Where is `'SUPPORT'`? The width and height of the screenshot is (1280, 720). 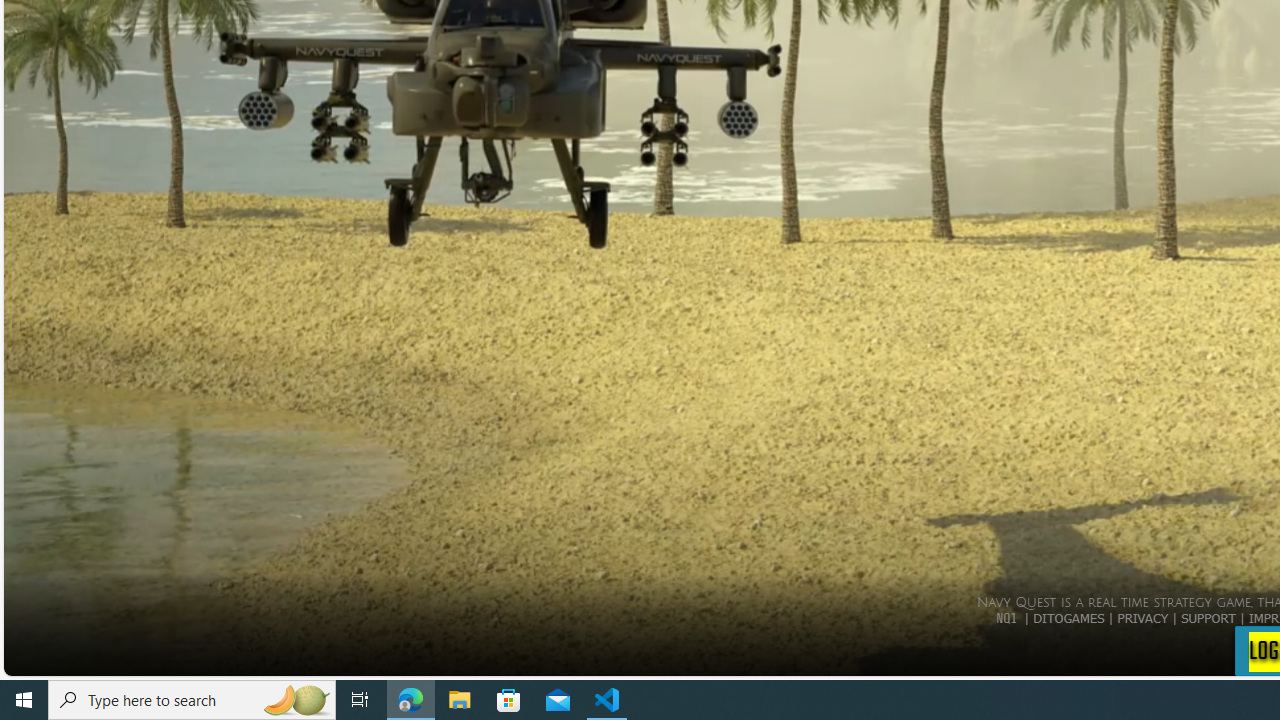 'SUPPORT' is located at coordinates (1207, 616).